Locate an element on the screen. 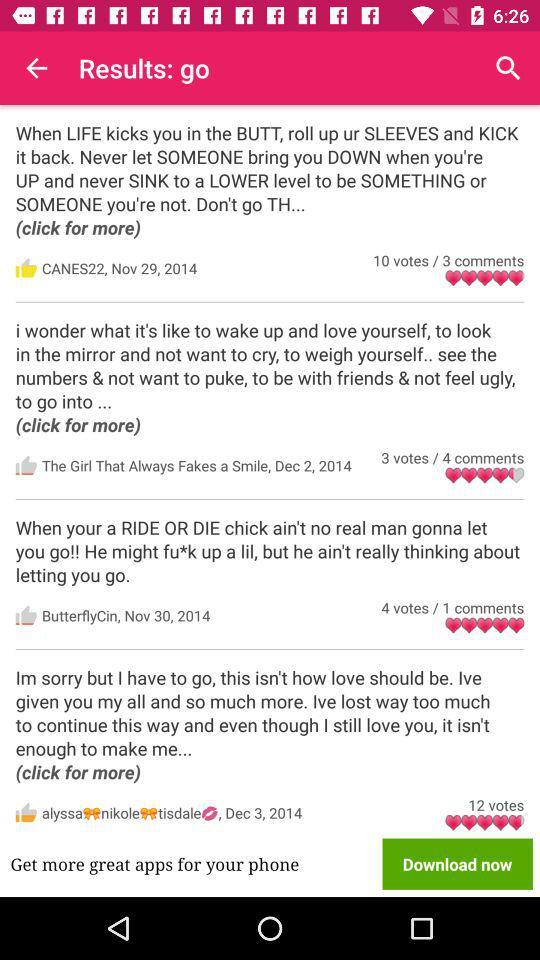 The width and height of the screenshot is (540, 960). icon next to the results: go icon is located at coordinates (36, 68).